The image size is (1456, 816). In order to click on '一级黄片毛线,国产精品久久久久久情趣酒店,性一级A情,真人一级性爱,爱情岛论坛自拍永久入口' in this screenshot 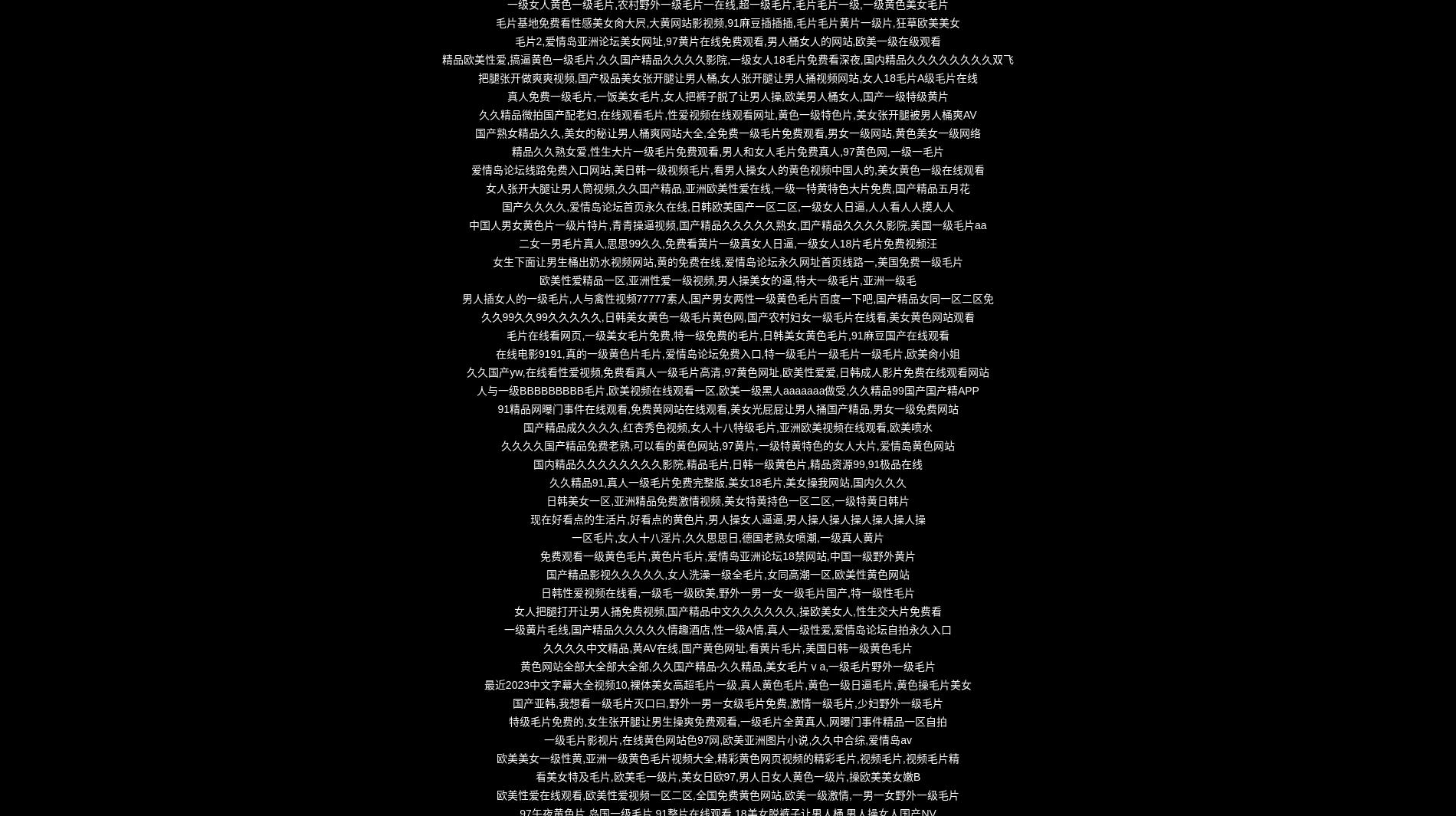, I will do `click(503, 629)`.